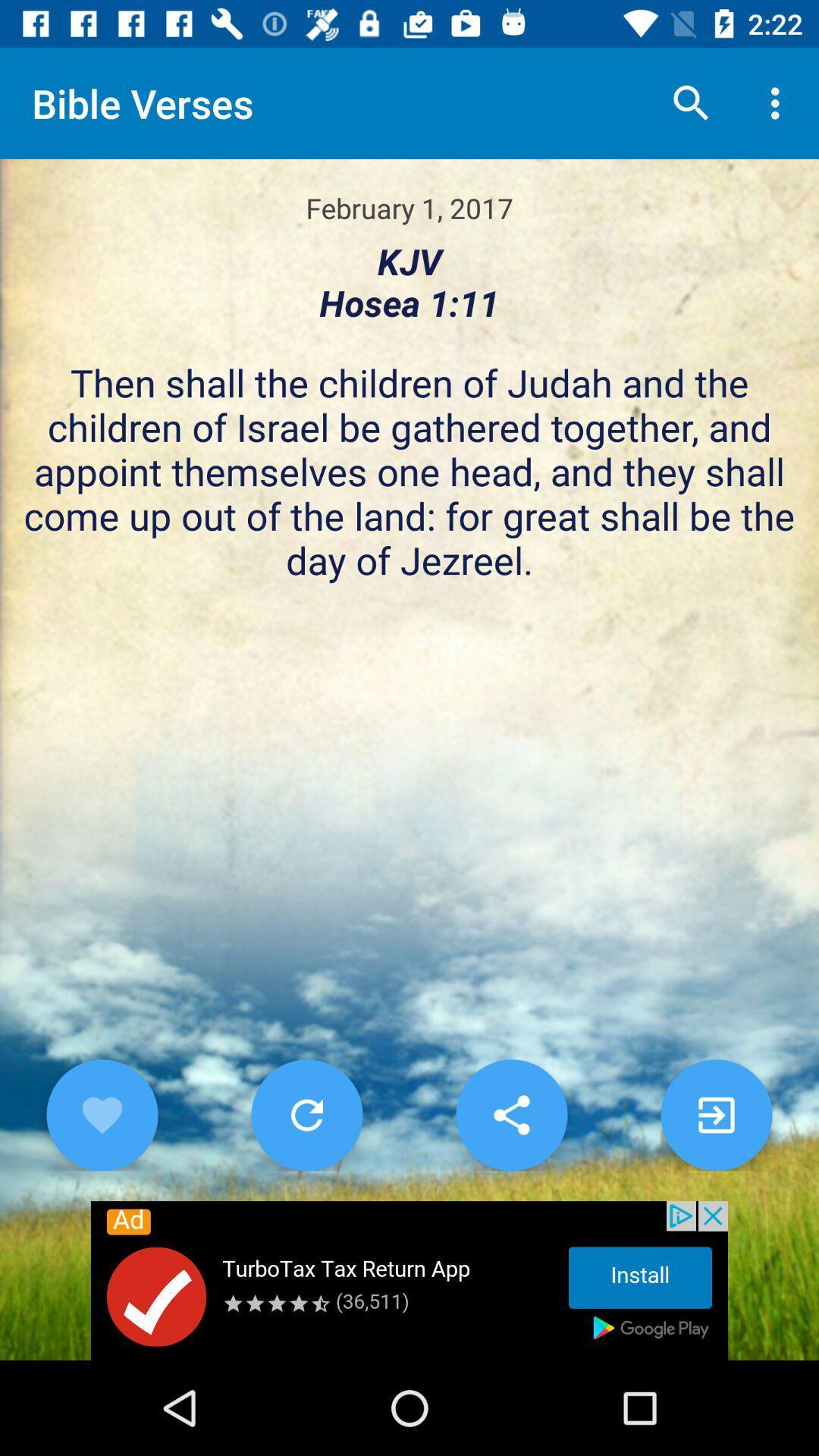  I want to click on refresh, so click(307, 1115).